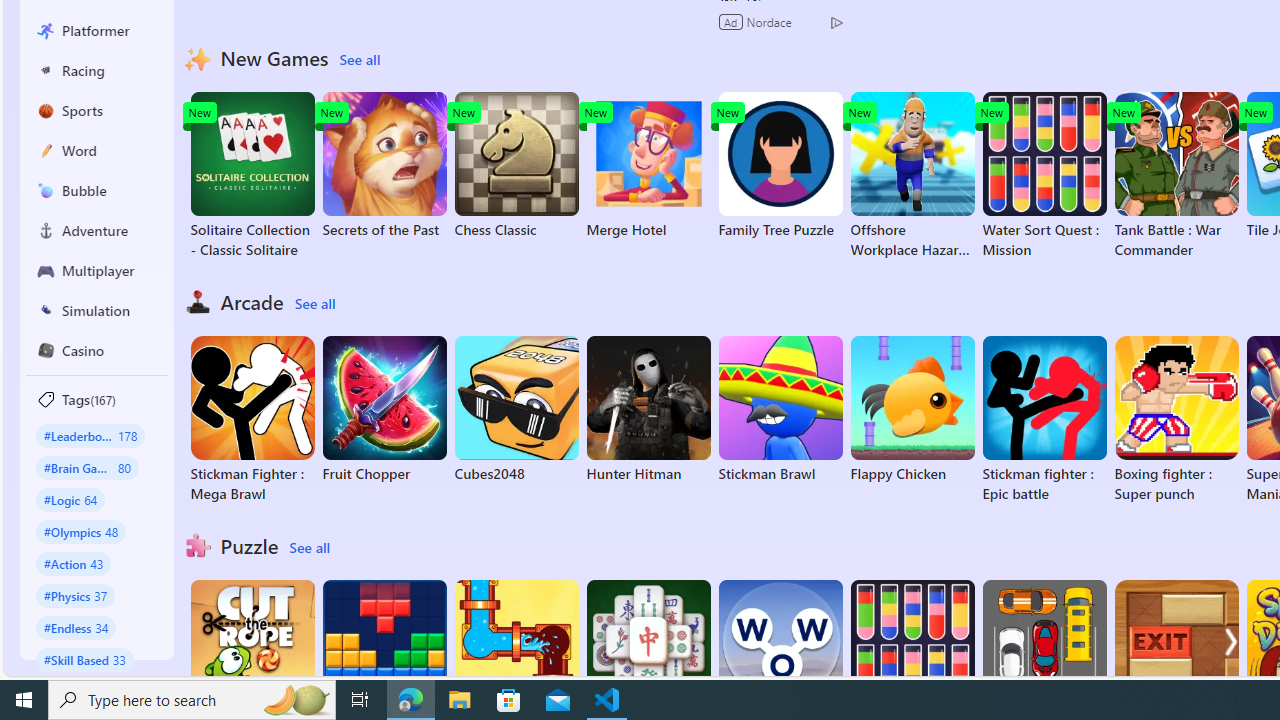  What do you see at coordinates (251, 175) in the screenshot?
I see `'Solitaire Collection - Classic Solitaire'` at bounding box center [251, 175].